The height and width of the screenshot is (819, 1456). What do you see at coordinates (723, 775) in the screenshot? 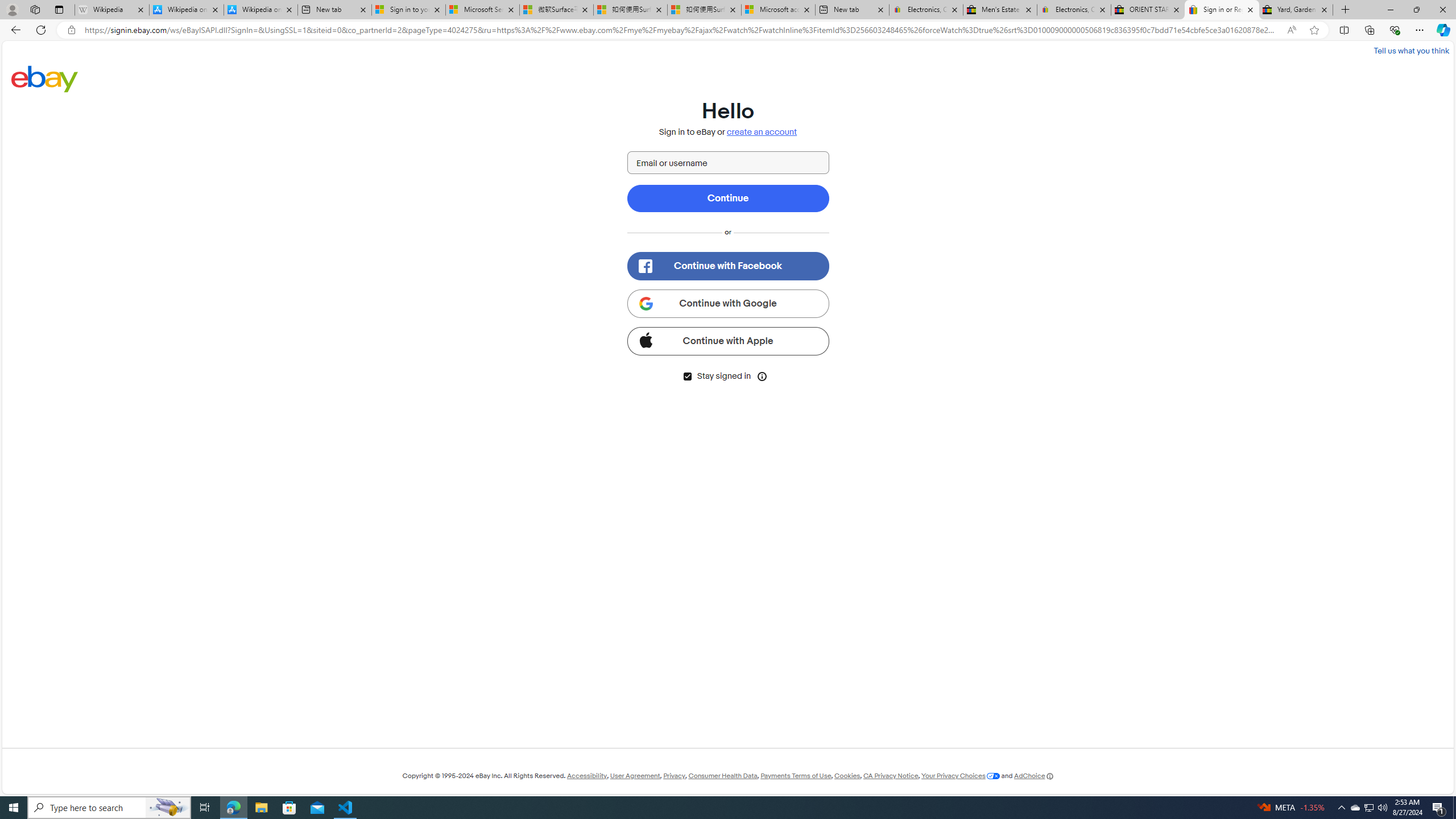
I see `'Consumer Health Data'` at bounding box center [723, 775].